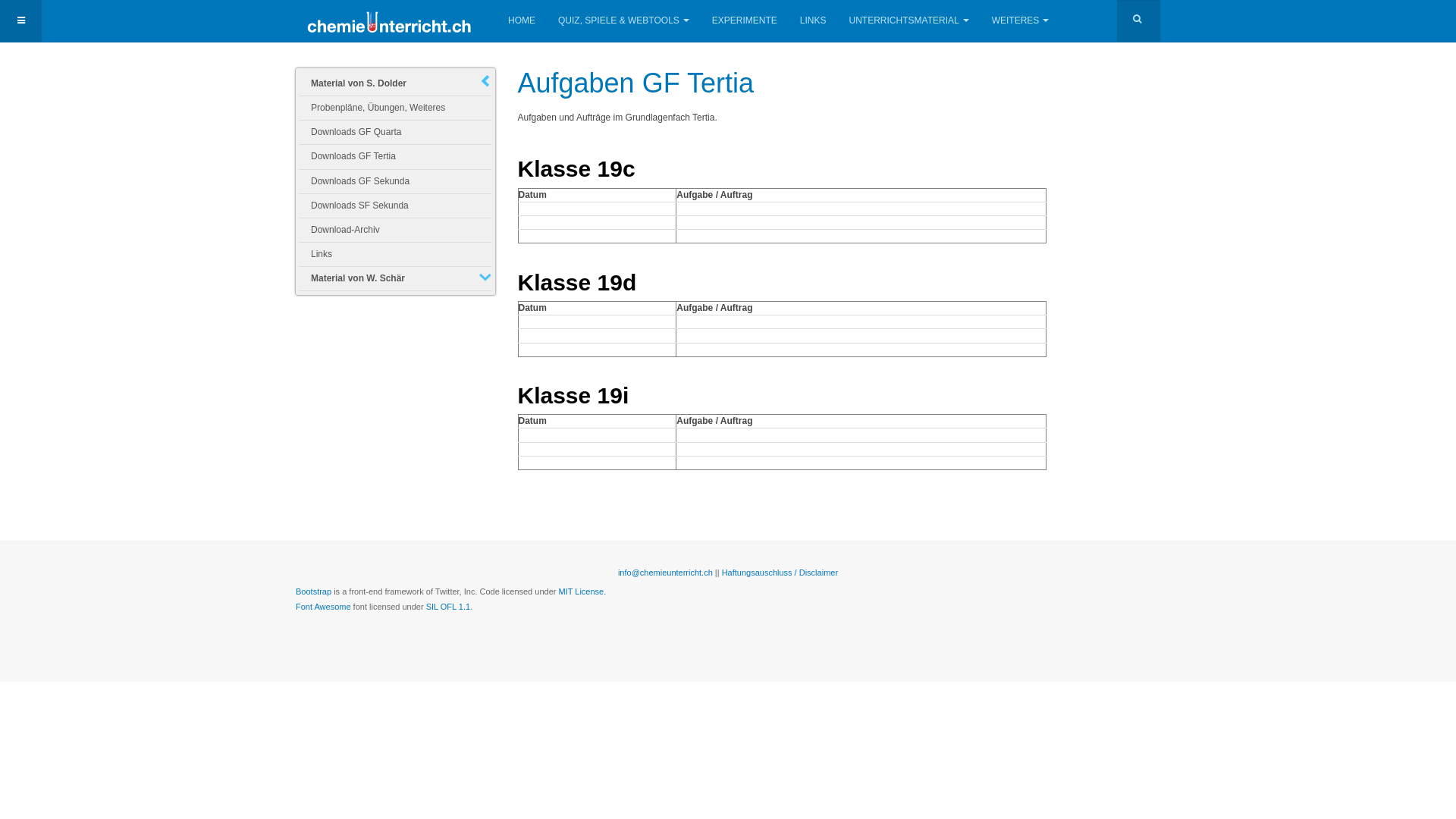 This screenshot has width=1456, height=819. What do you see at coordinates (395, 156) in the screenshot?
I see `'Downloads GF Tertia'` at bounding box center [395, 156].